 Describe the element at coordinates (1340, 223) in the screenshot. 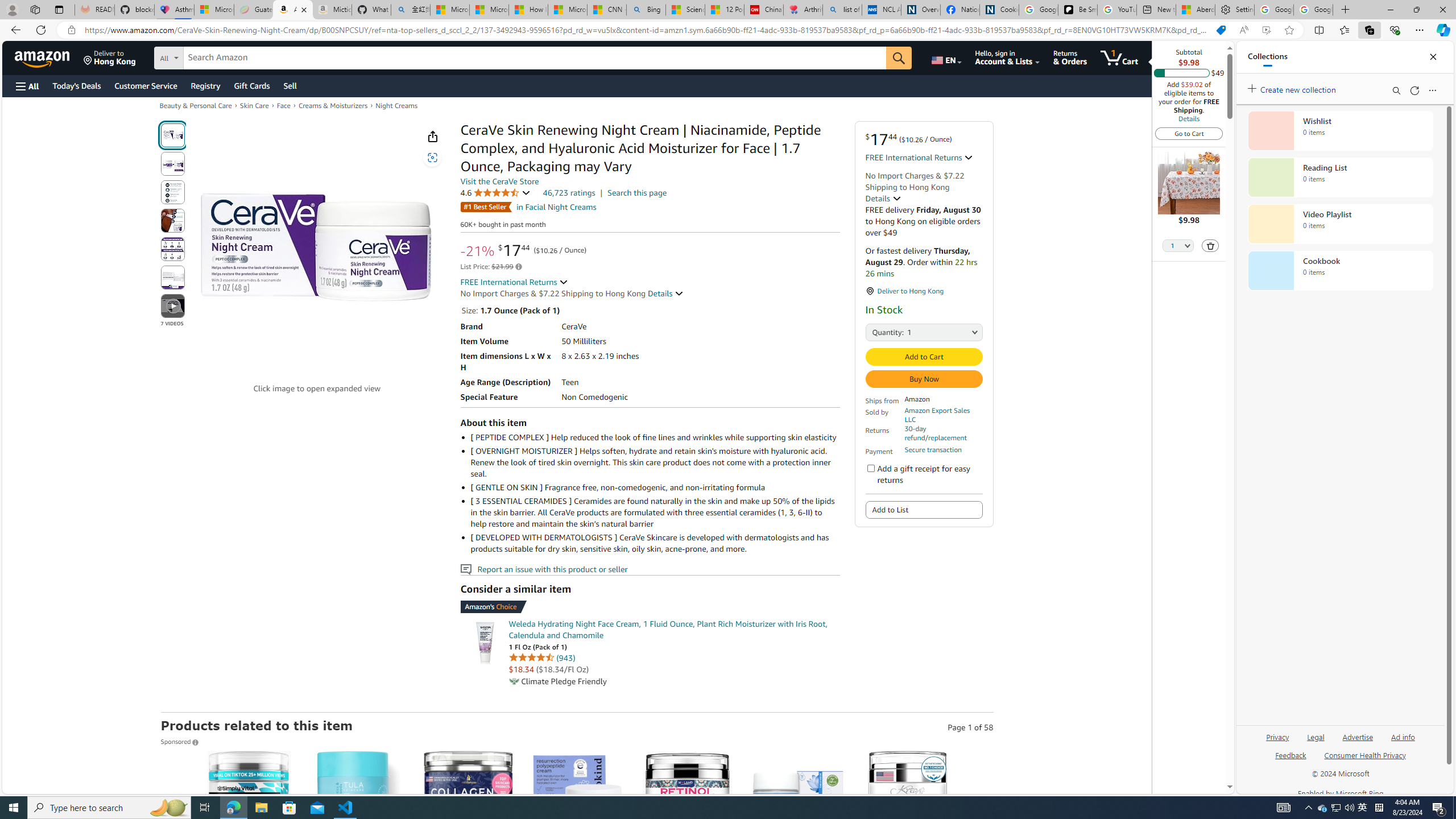

I see `'Video Playlist collection, 0 items'` at that location.